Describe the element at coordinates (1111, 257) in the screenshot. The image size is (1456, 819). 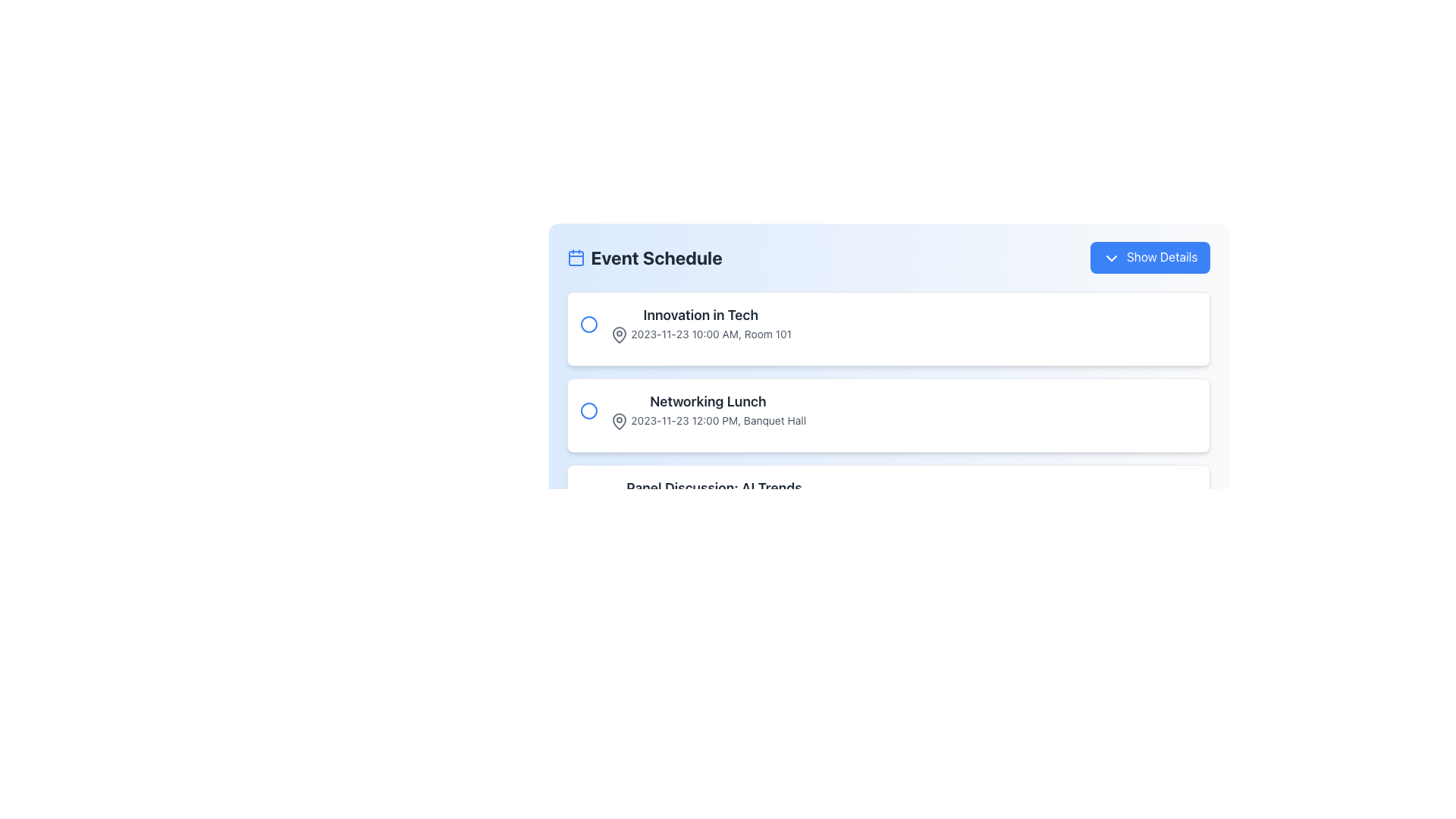
I see `the chevron-down icon located within the 'Show Details' button at the top right corner of the interface` at that location.